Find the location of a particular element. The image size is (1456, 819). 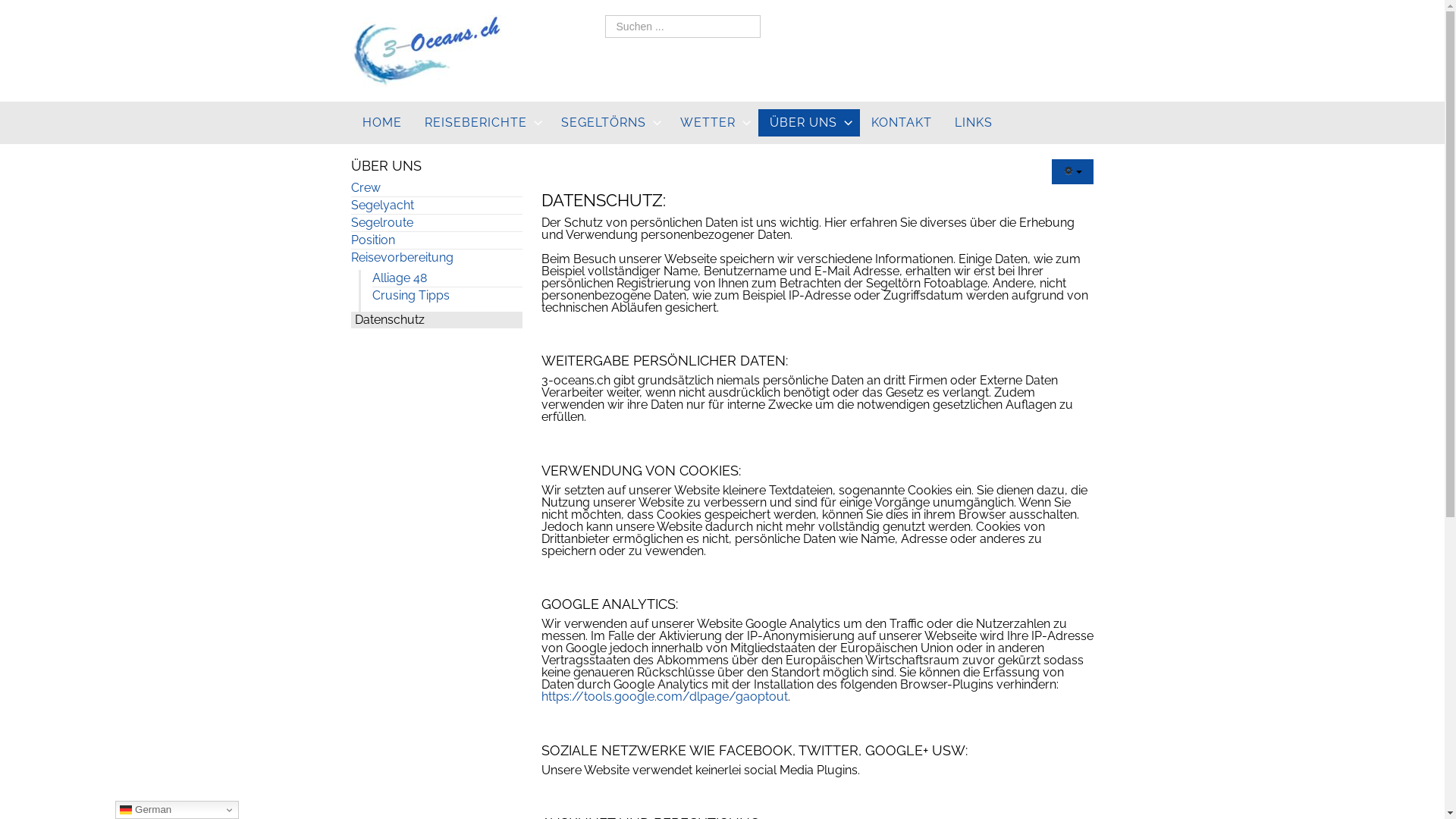

'Datenschutz' is located at coordinates (435, 318).